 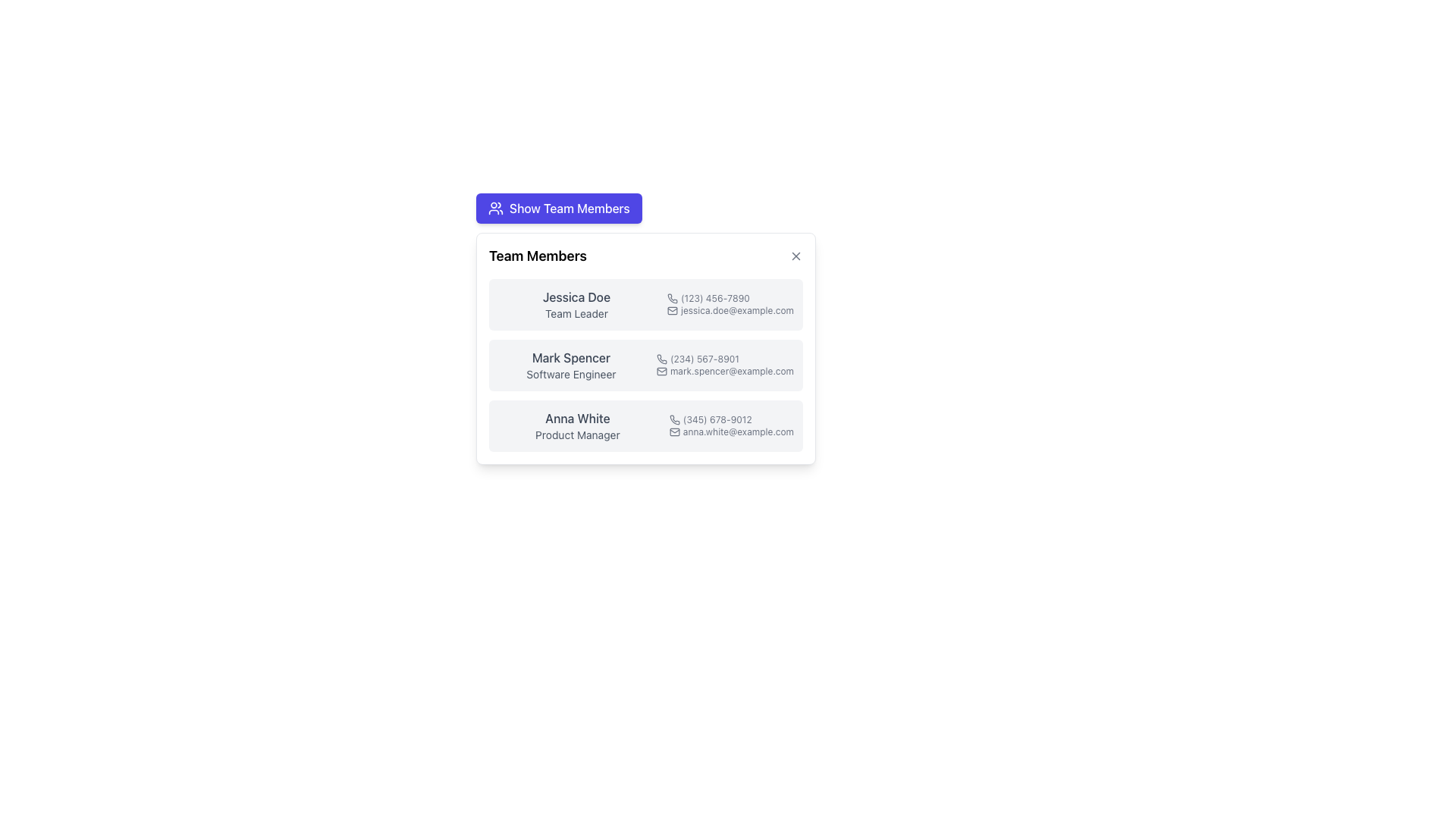 I want to click on the 'Show Team Members' button, which is a rectangular button with rounded corners and a vibrant indigo background, so click(x=558, y=208).